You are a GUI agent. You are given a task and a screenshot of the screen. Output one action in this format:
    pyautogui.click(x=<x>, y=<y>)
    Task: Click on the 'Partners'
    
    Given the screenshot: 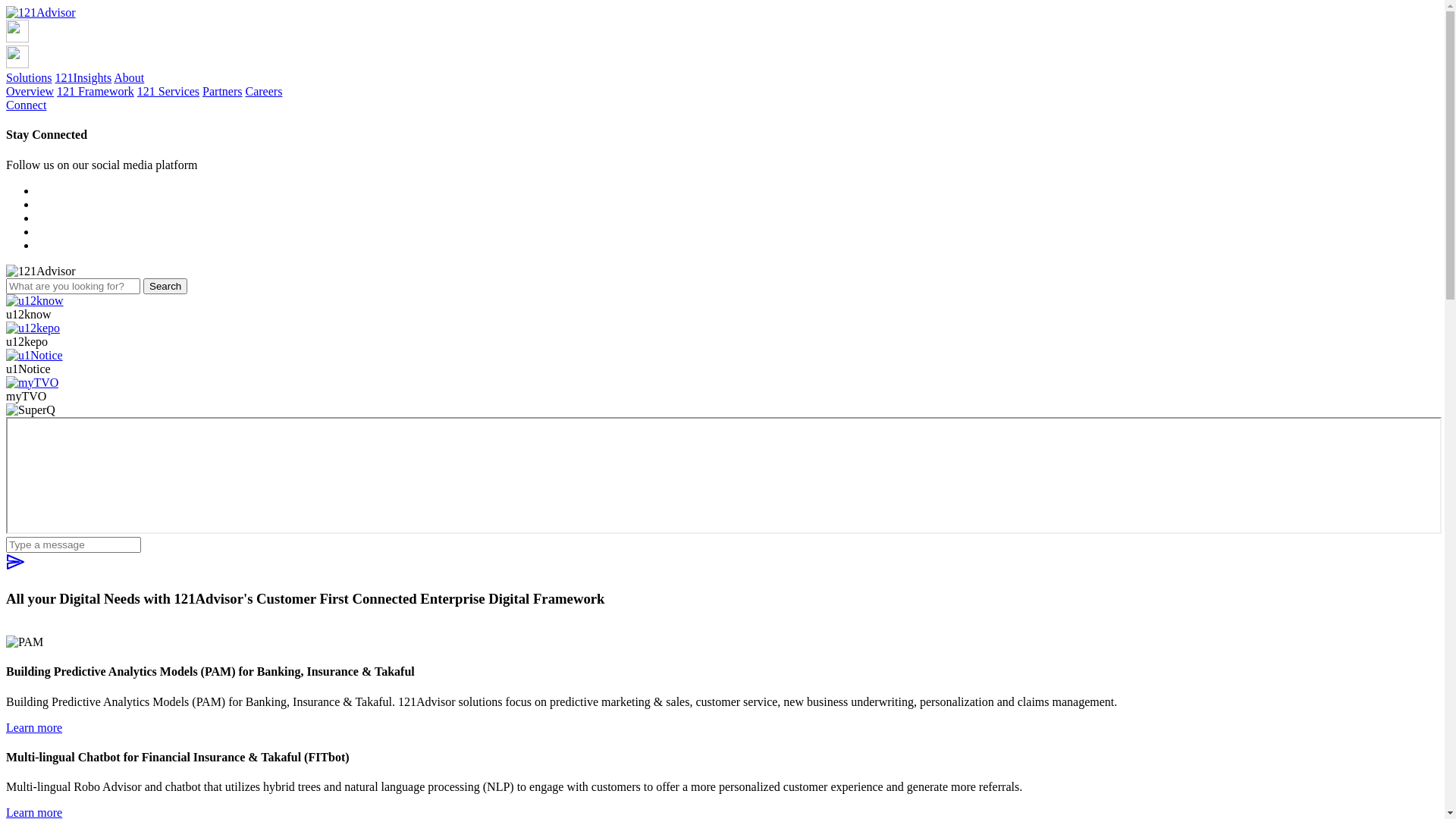 What is the action you would take?
    pyautogui.click(x=221, y=91)
    